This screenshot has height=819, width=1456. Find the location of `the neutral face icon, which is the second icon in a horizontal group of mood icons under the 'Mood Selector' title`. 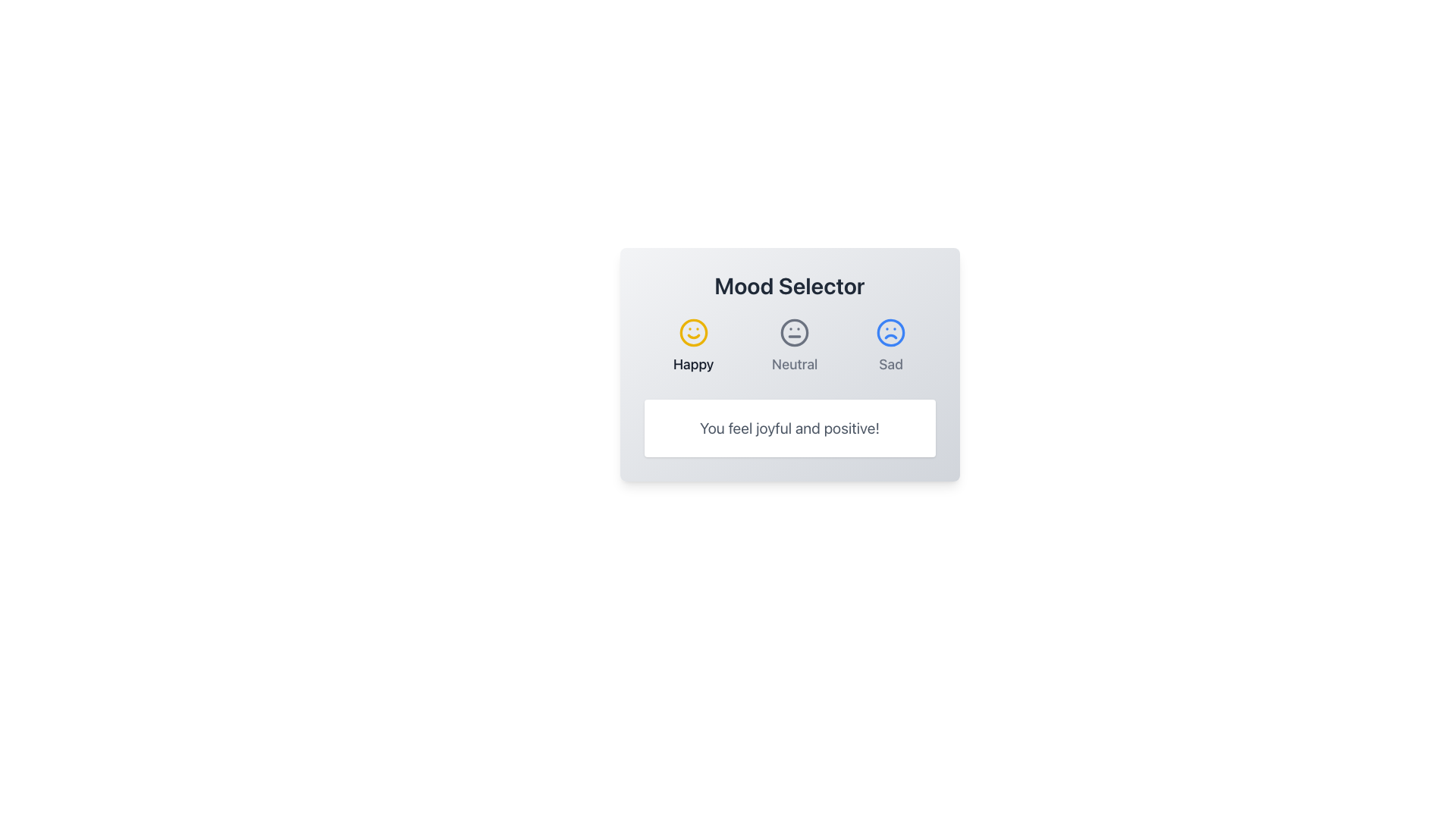

the neutral face icon, which is the second icon in a horizontal group of mood icons under the 'Mood Selector' title is located at coordinates (794, 332).